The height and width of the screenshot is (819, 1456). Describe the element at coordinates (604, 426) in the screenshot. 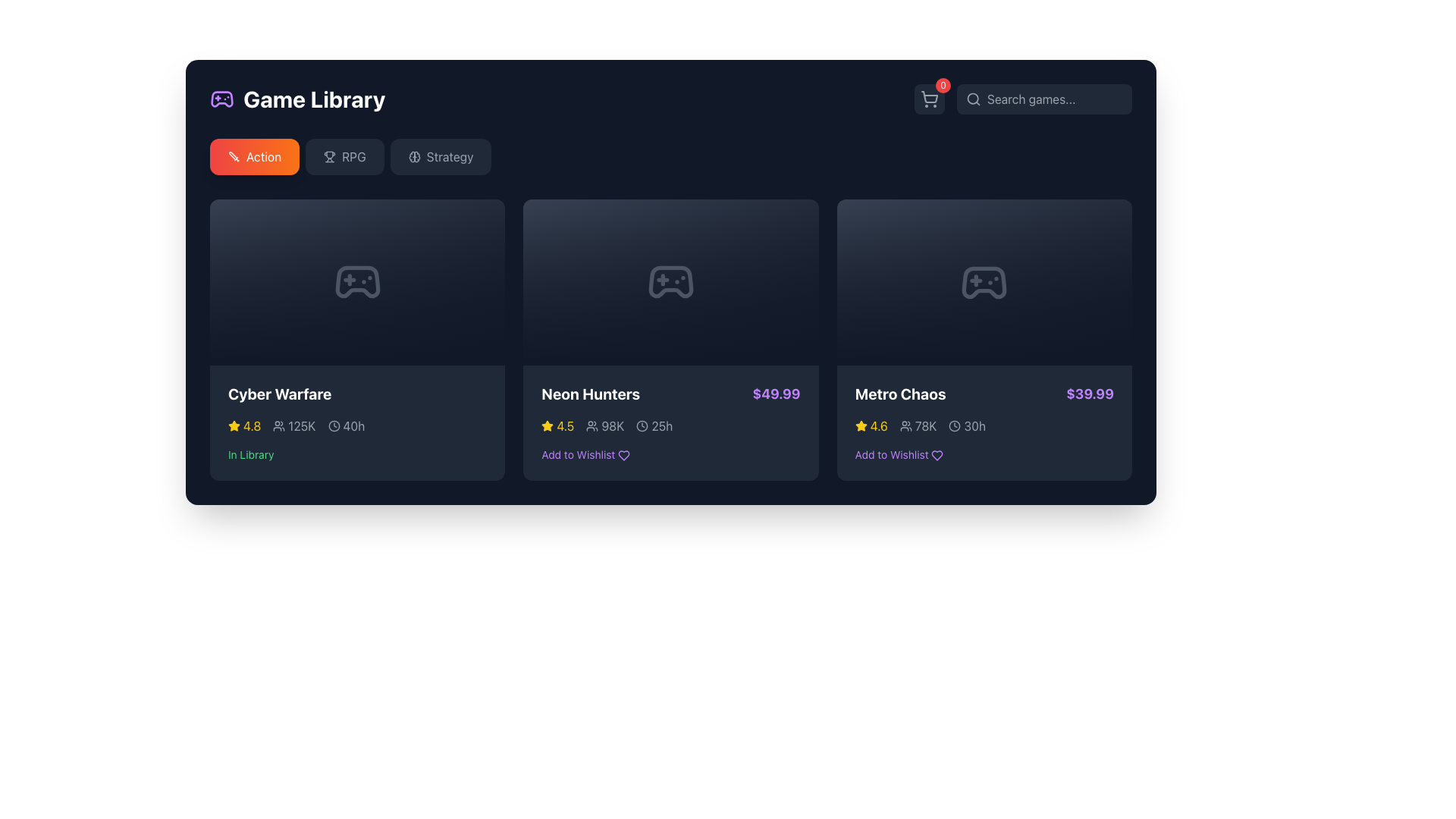

I see `the text '98K' with a user icon` at that location.